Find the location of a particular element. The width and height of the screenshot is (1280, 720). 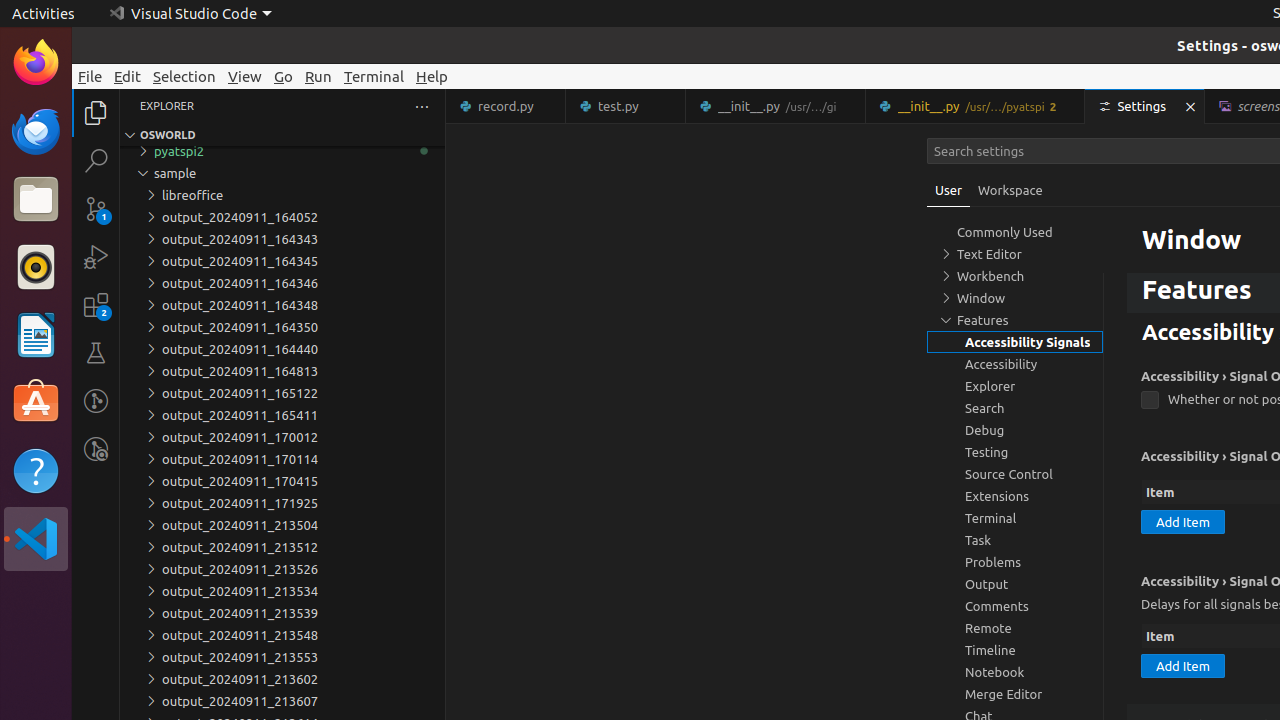

'View' is located at coordinates (243, 75).